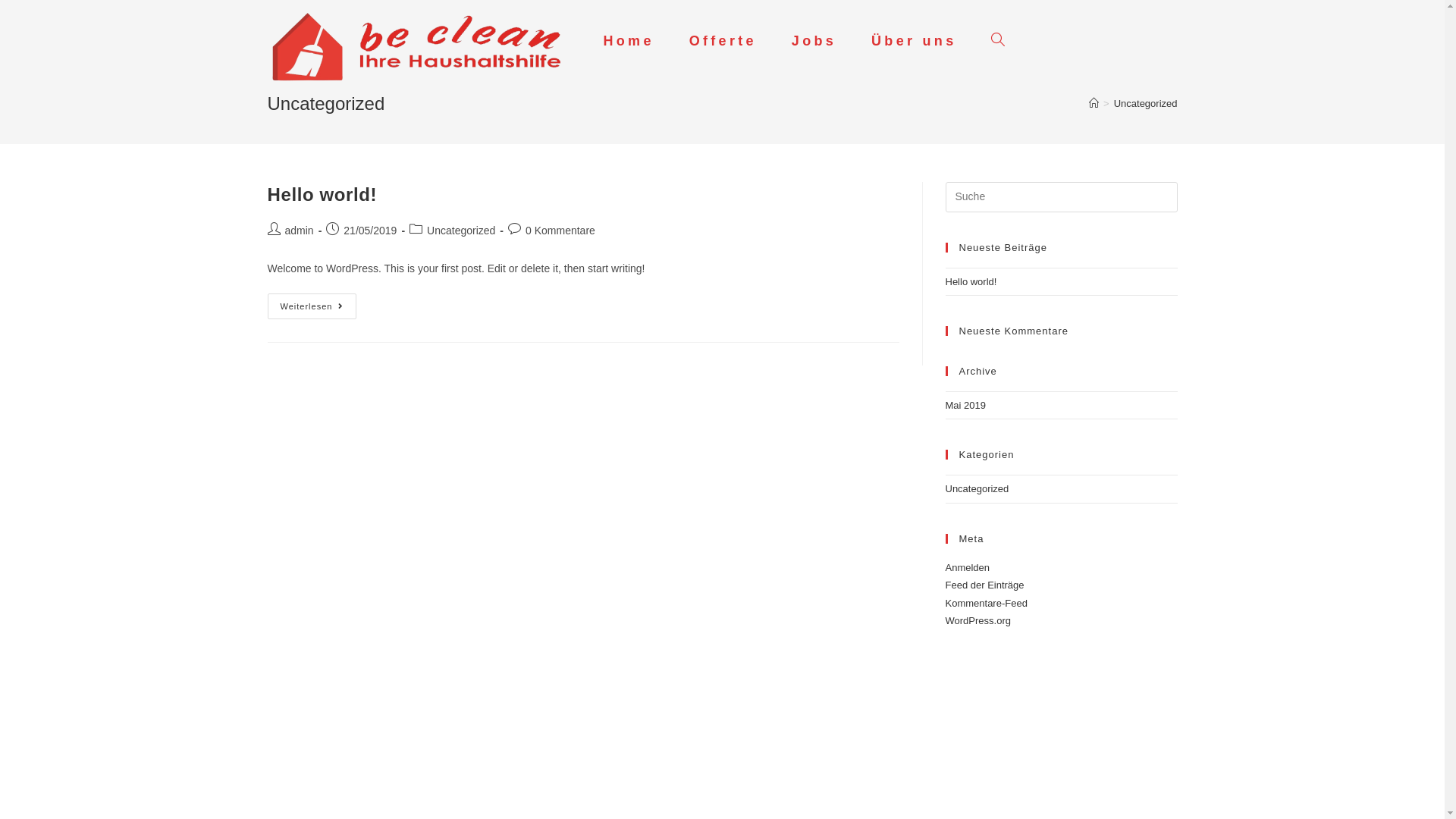  I want to click on 'Home', so click(628, 40).